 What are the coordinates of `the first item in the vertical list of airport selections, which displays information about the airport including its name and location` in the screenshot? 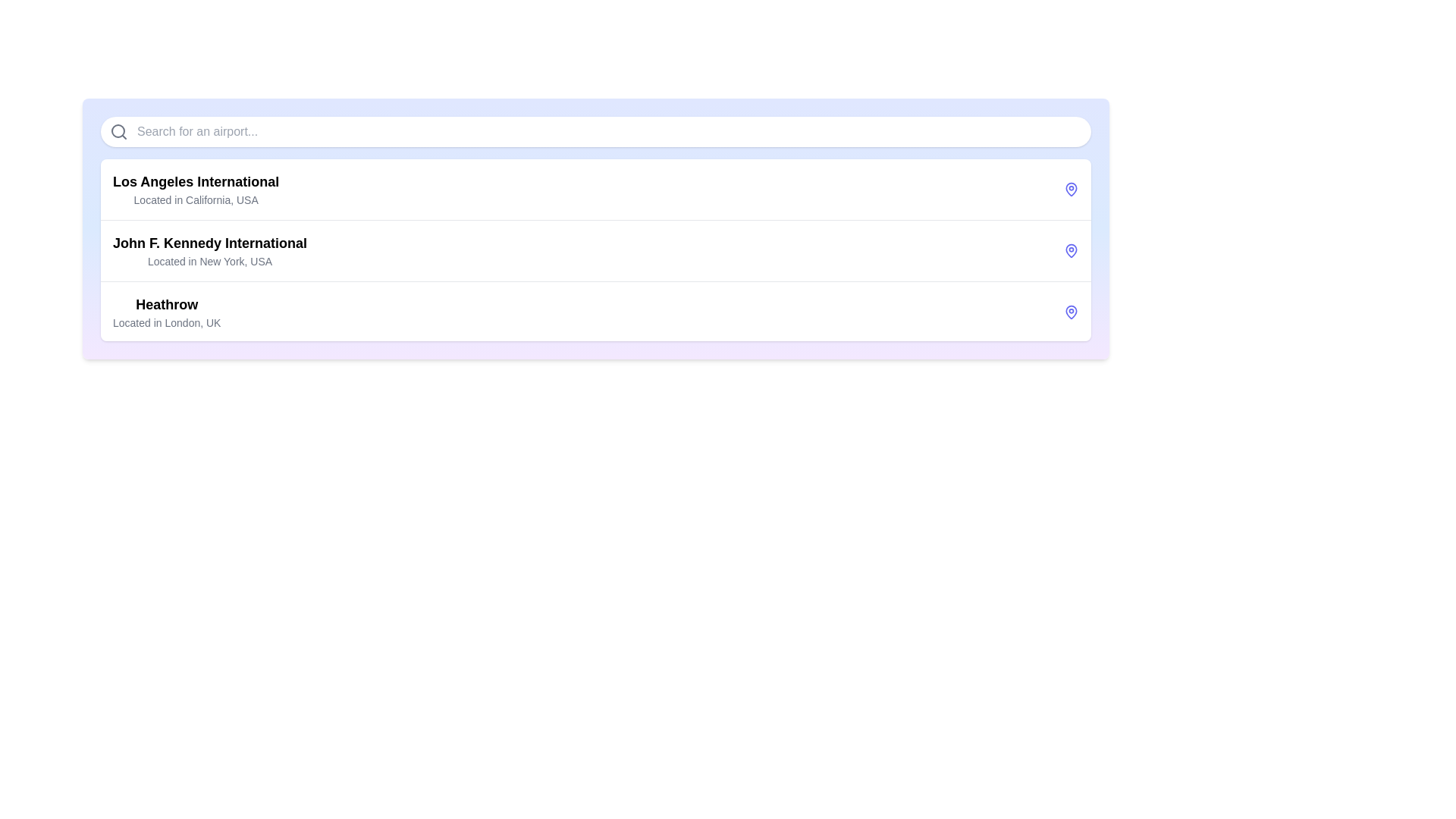 It's located at (195, 189).